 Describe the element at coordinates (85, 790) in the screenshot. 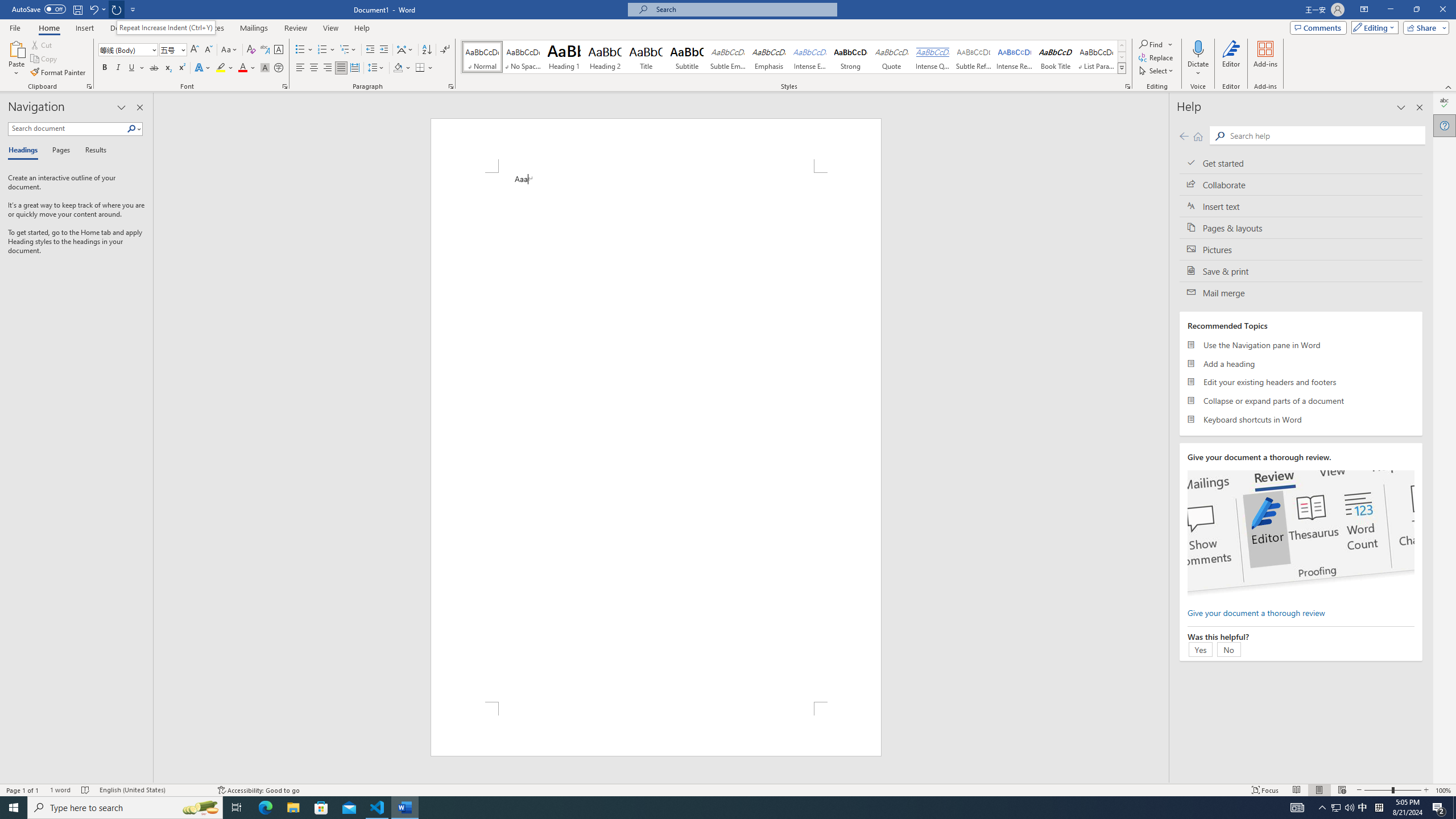

I see `'Spelling and Grammar Check No Errors'` at that location.